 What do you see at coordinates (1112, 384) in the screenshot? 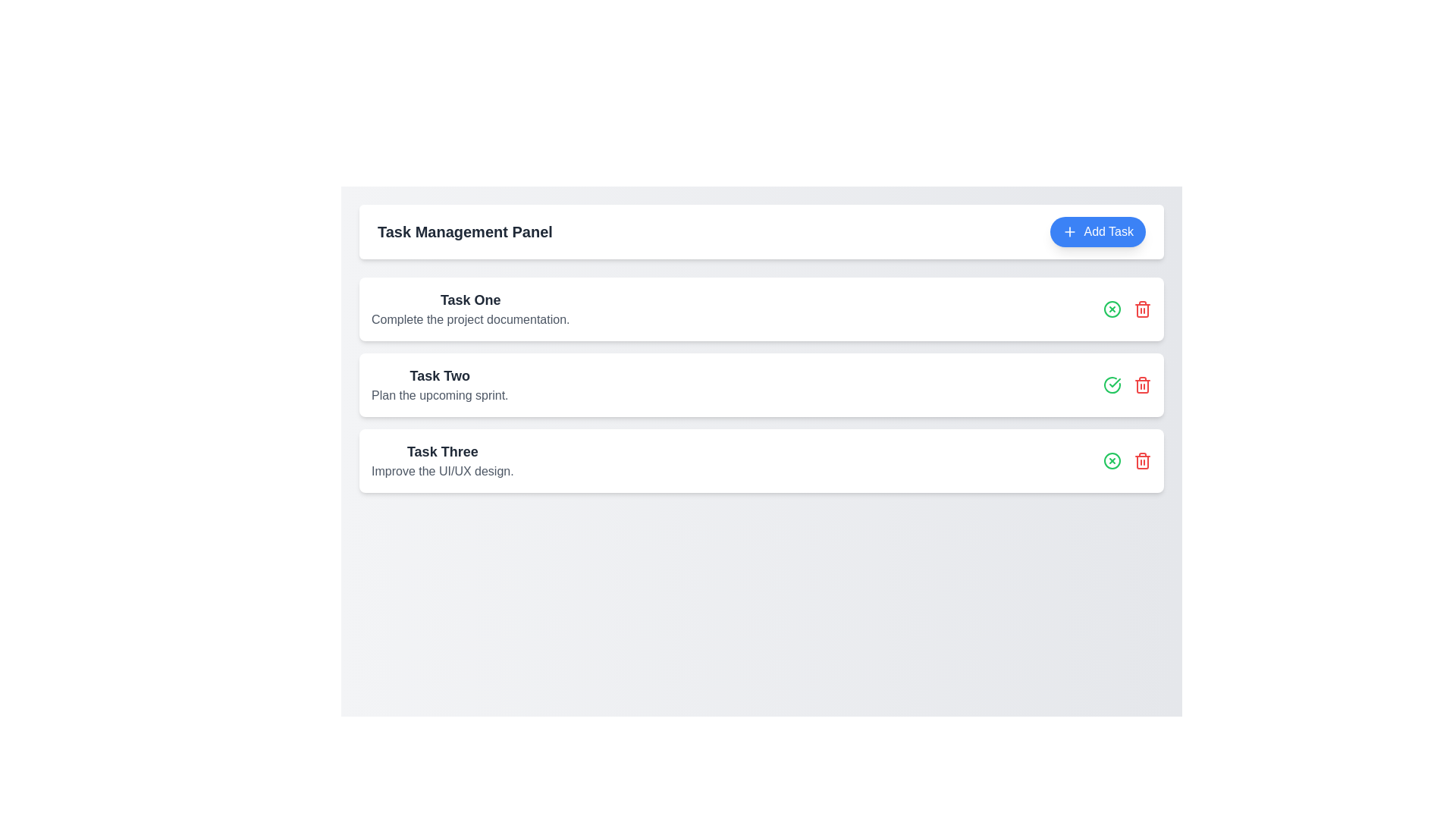
I see `the upper-left part of the checkmark icon inside a circle, which indicates a completed task status` at bounding box center [1112, 384].